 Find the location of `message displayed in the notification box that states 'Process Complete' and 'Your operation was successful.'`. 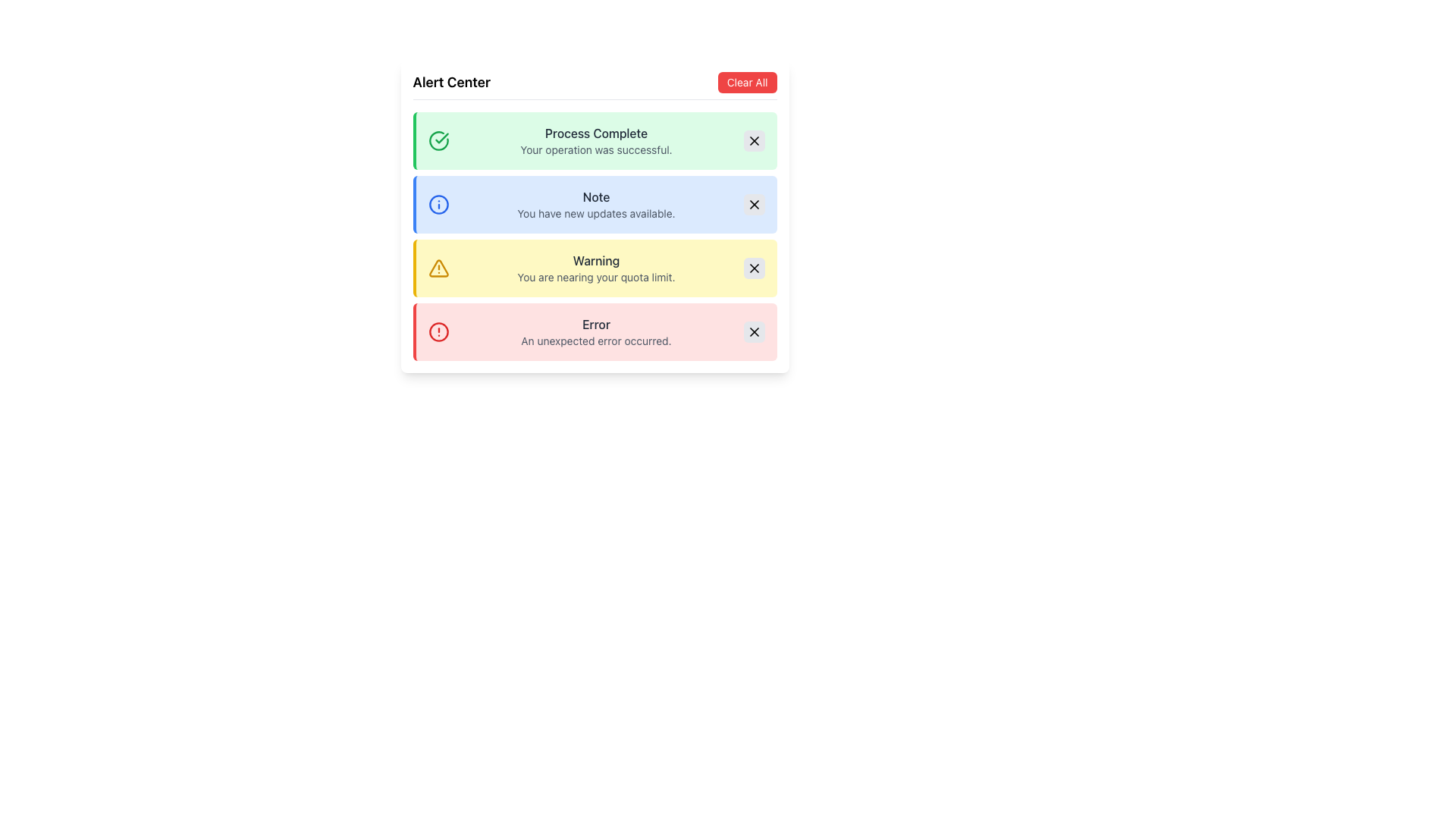

message displayed in the notification box that states 'Process Complete' and 'Your operation was successful.' is located at coordinates (595, 140).